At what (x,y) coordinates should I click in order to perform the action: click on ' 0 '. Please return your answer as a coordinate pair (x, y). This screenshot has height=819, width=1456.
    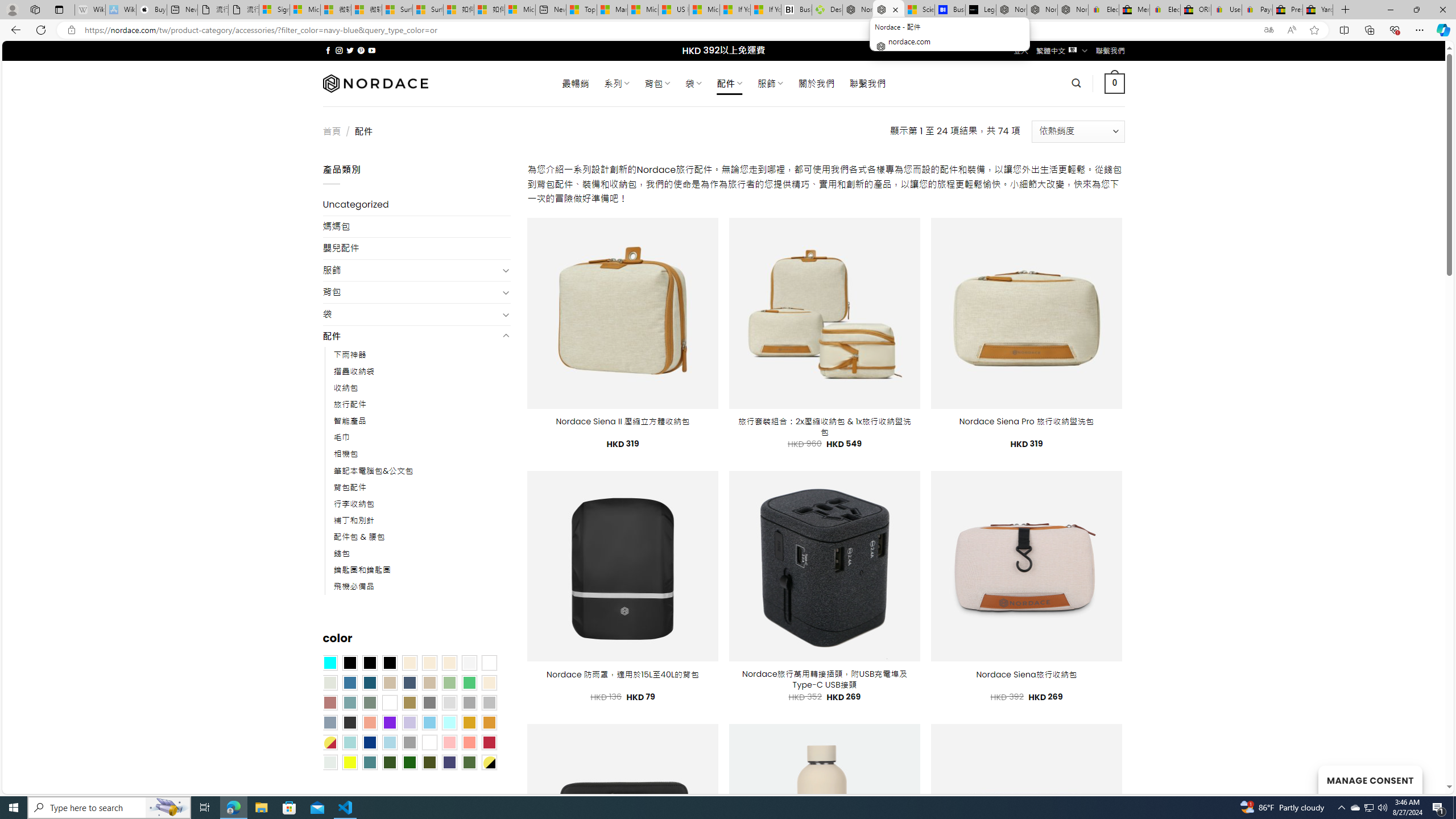
    Looking at the image, I should click on (1115, 82).